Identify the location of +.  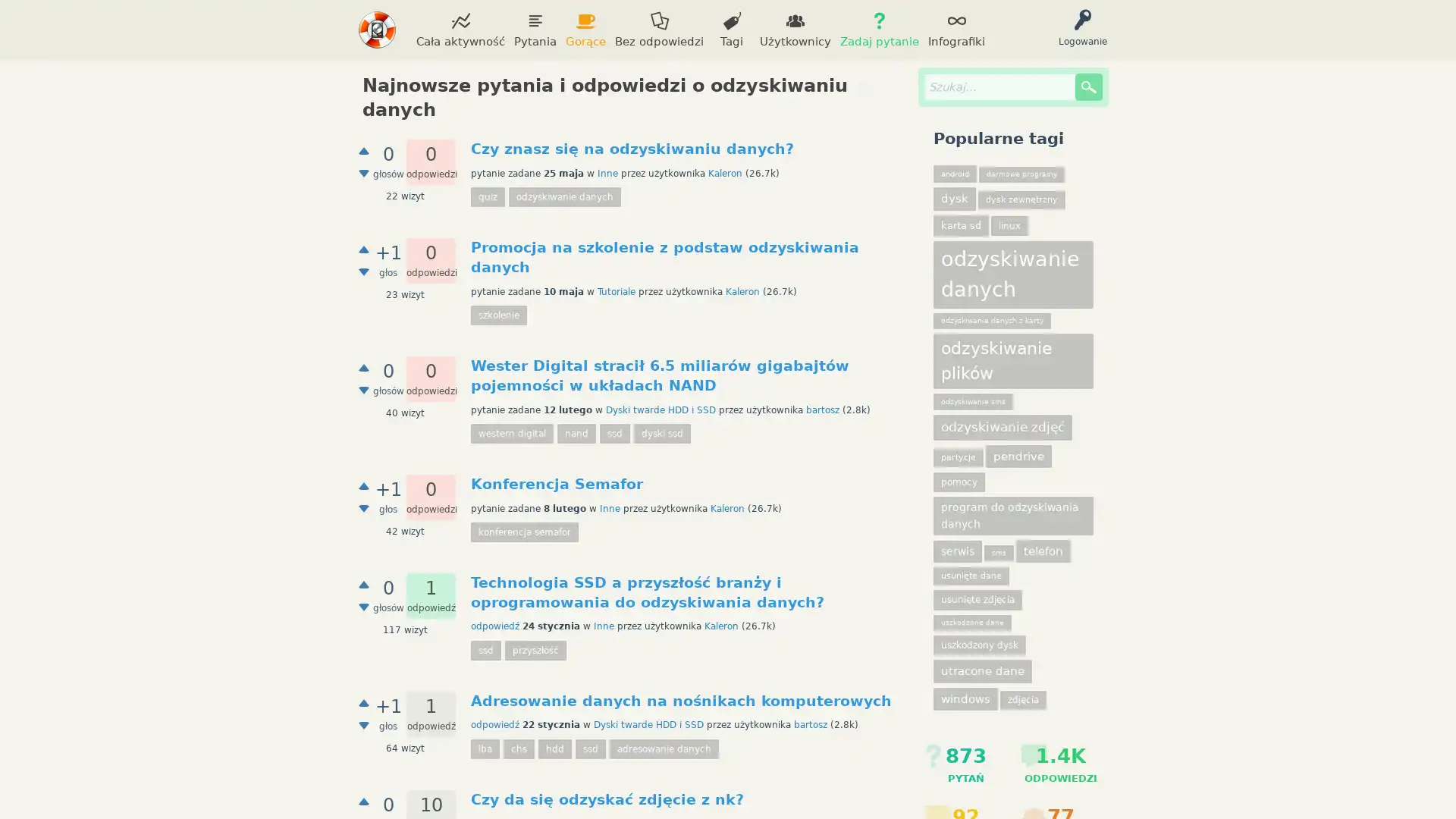
(364, 701).